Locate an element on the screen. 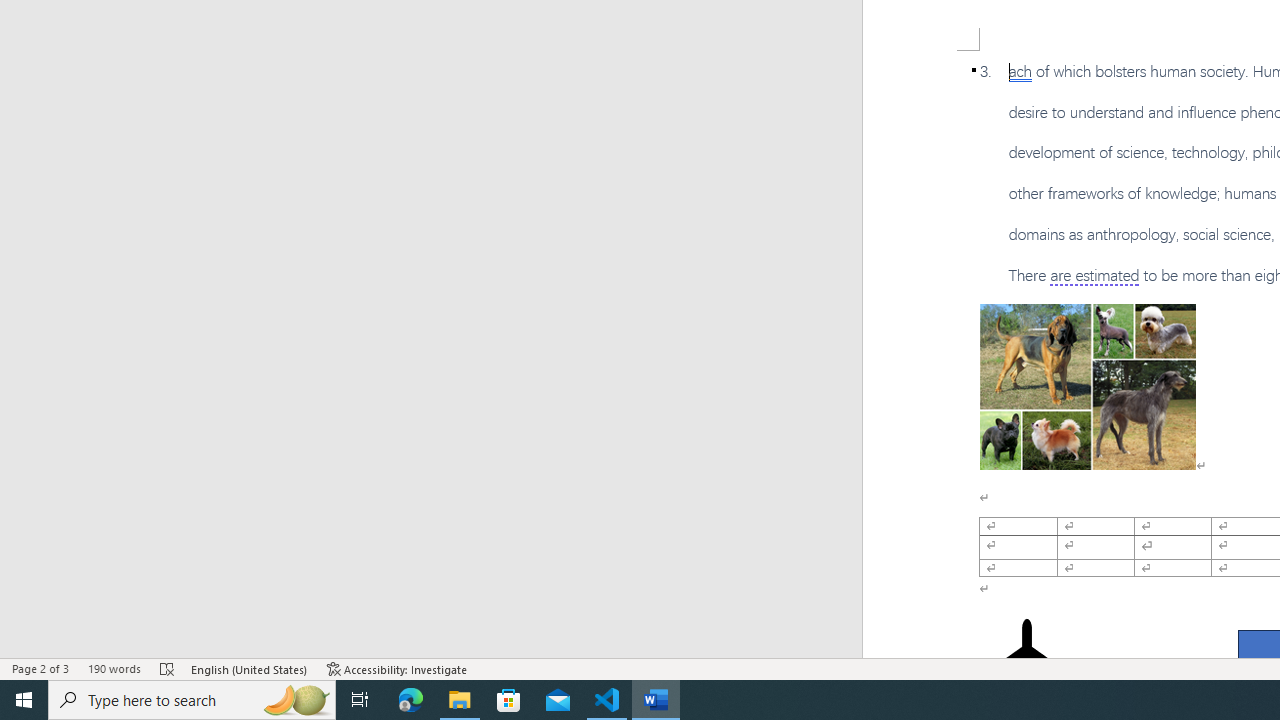 This screenshot has height=720, width=1280. 'Page Number Page 2 of 3' is located at coordinates (40, 669).